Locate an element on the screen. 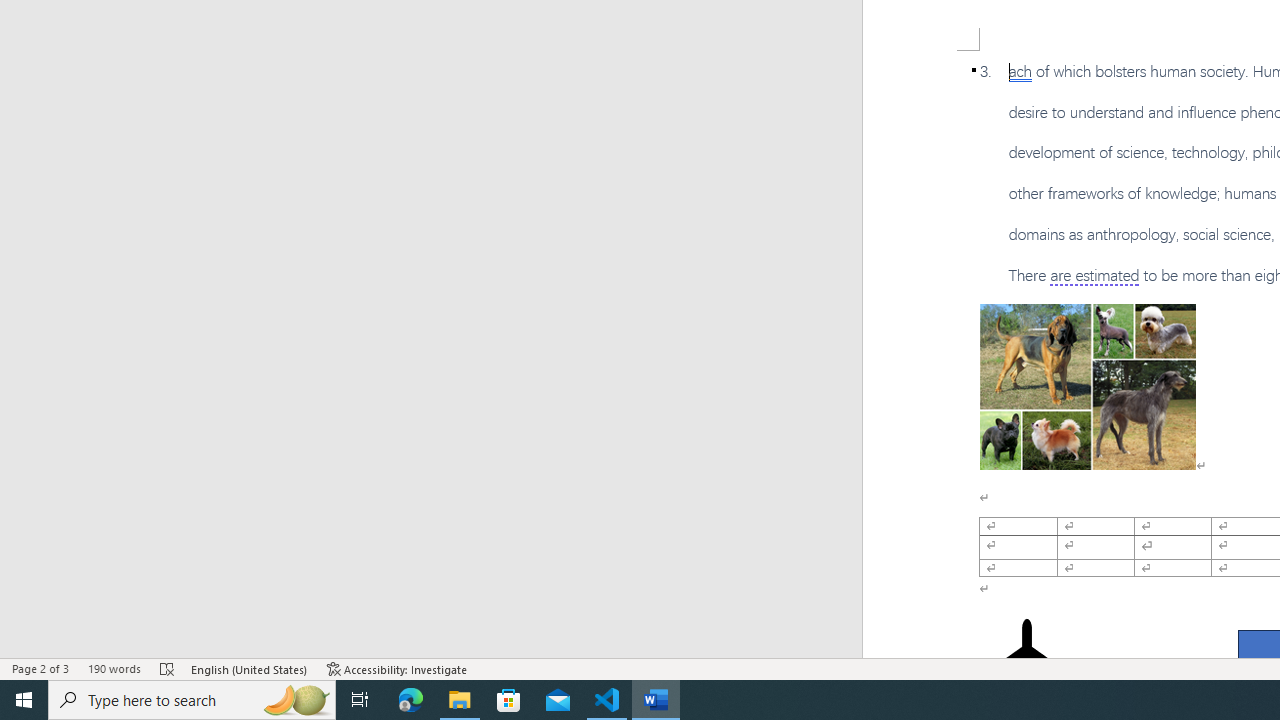 This screenshot has height=720, width=1280. 'Page Number Page 2 of 3' is located at coordinates (40, 669).